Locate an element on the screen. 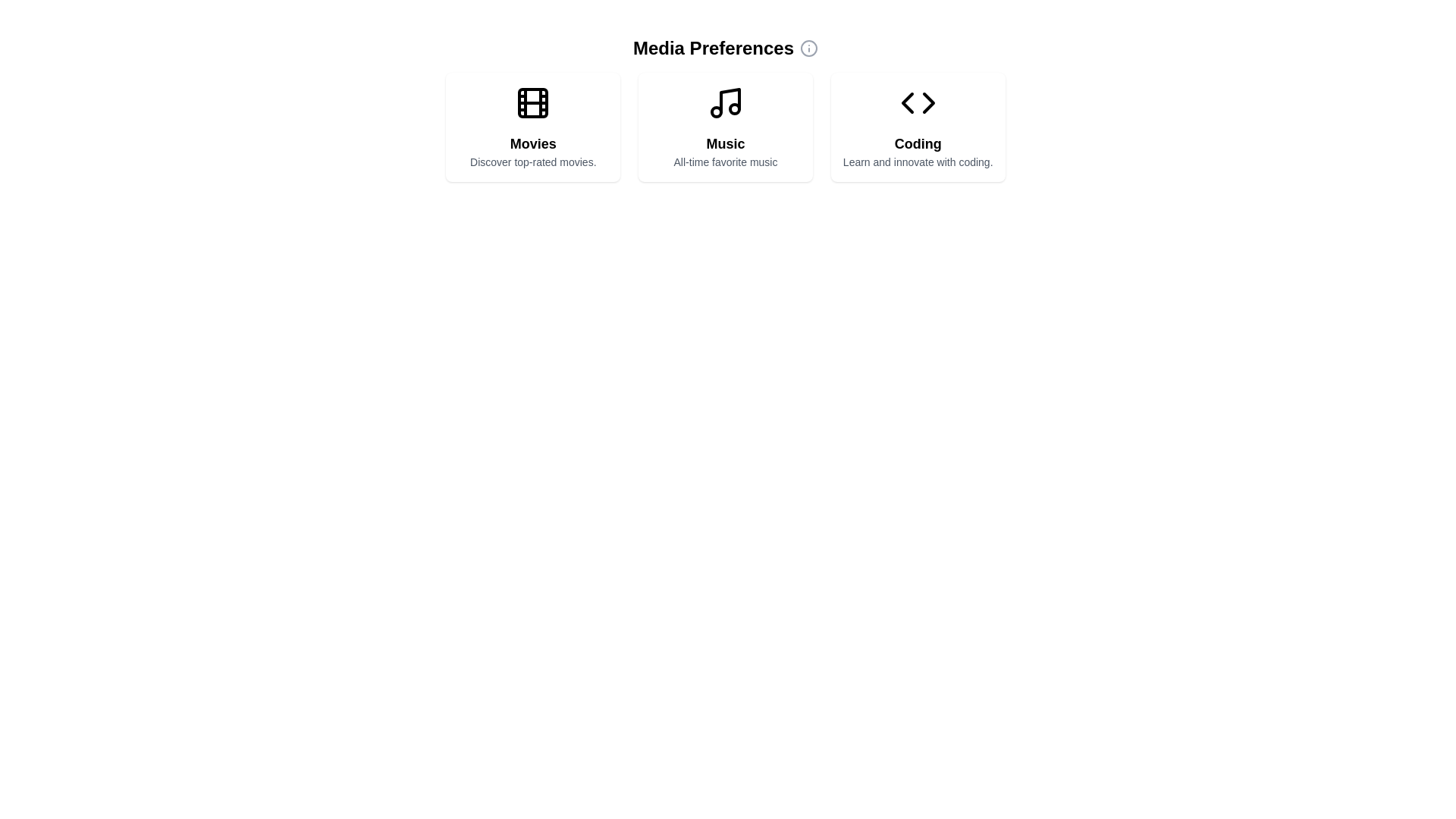  the first card in the grid, located at the top-left section is located at coordinates (533, 127).